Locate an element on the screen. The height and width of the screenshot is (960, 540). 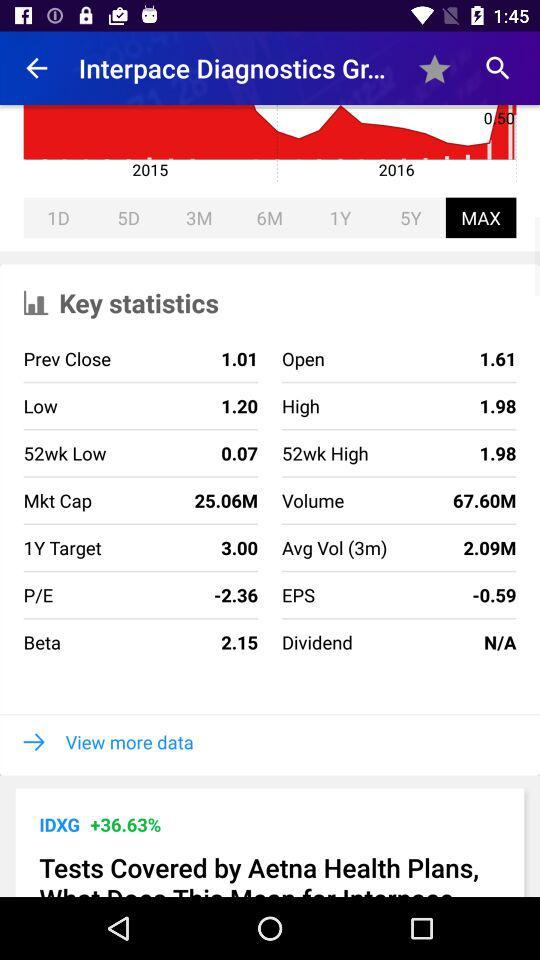
the item next to interpace diagnostics group is located at coordinates (36, 68).